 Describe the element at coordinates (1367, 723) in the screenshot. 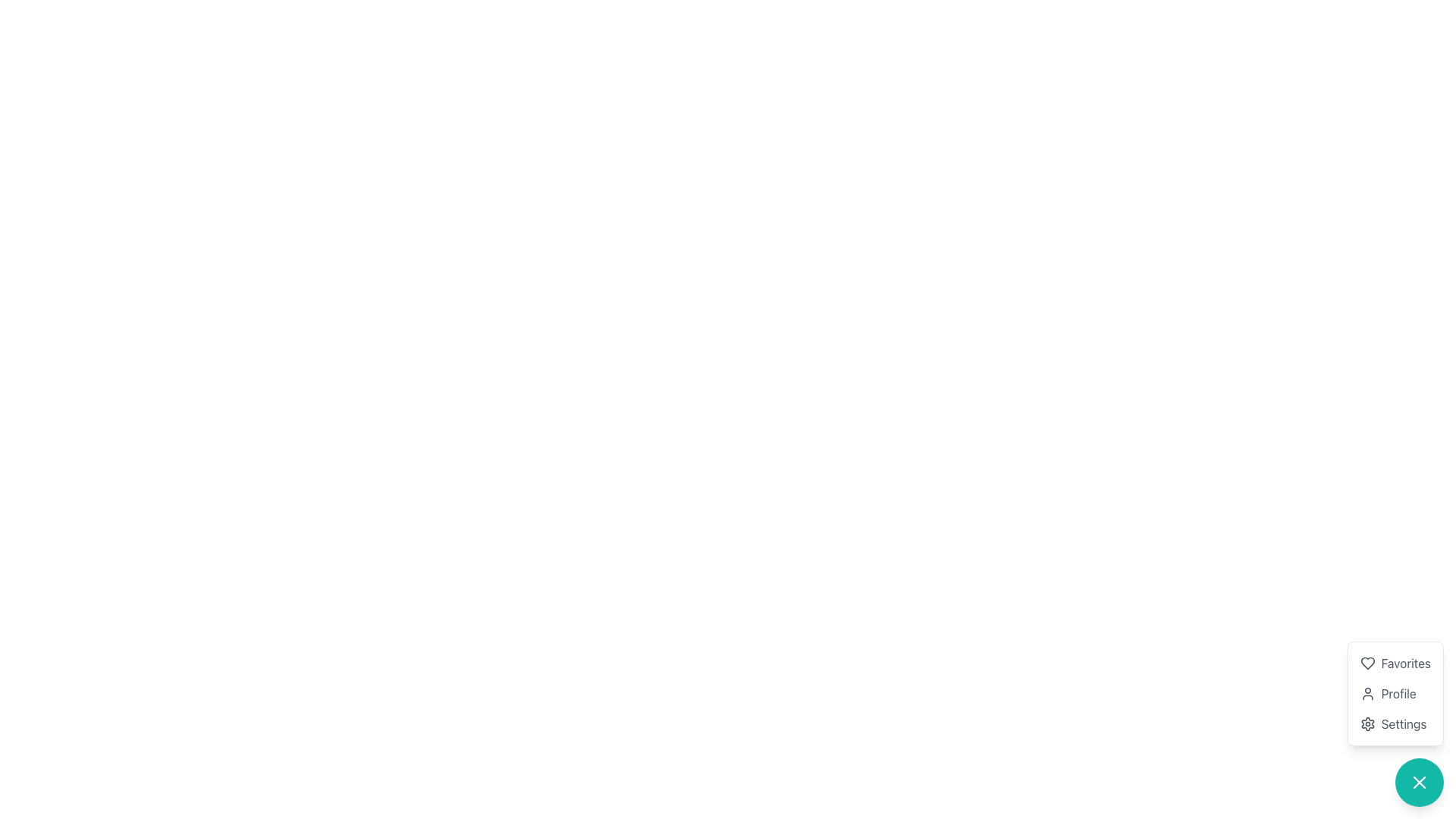

I see `the cogwheel-shaped icon located within the dropdown menu under the 'Settings' label` at that location.